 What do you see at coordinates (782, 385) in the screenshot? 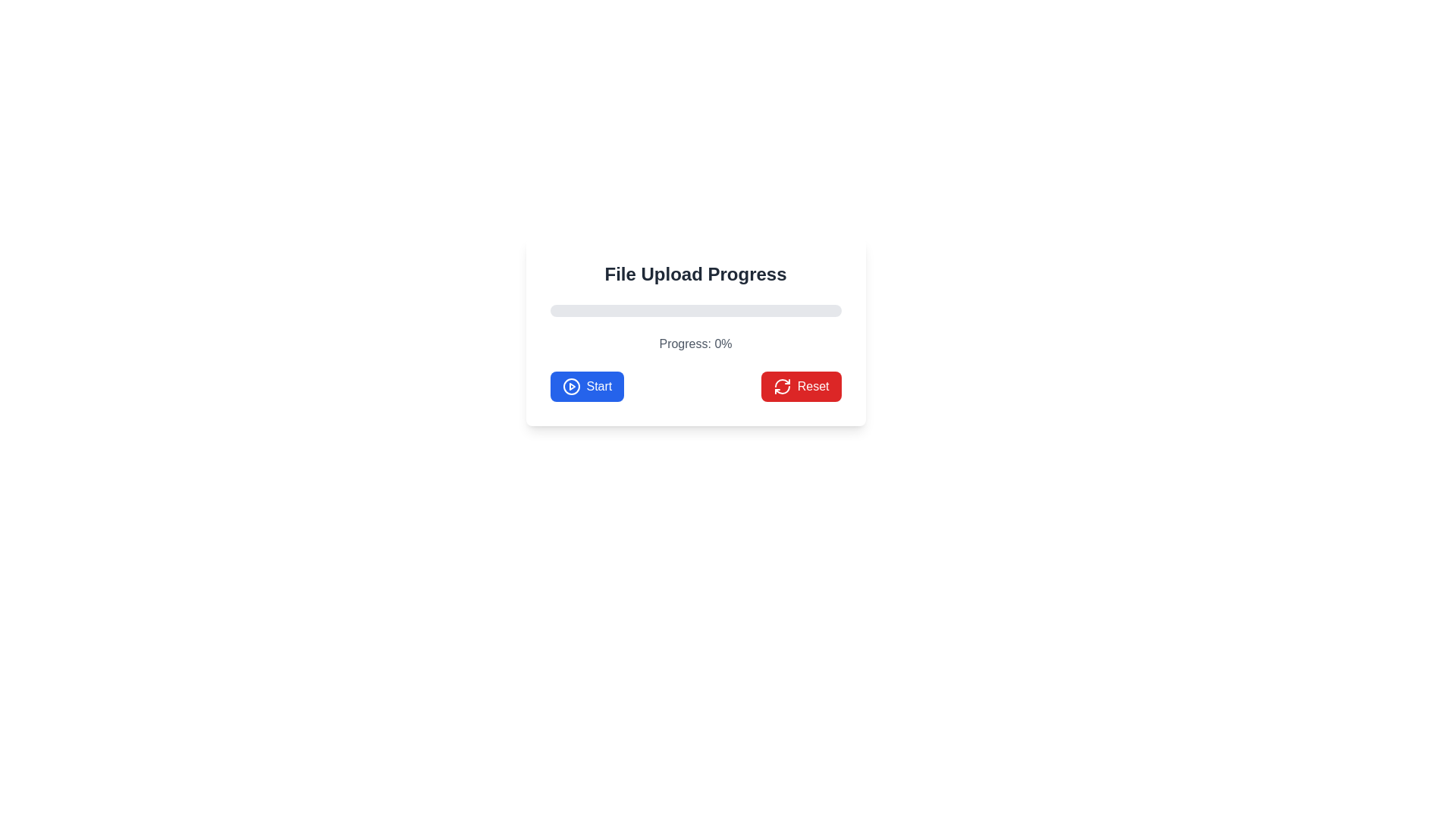
I see `the circular refresh icon with two arrows forming a clockwise cycle, located within the red 'Reset' button at the bottom-right corner of the section` at bounding box center [782, 385].